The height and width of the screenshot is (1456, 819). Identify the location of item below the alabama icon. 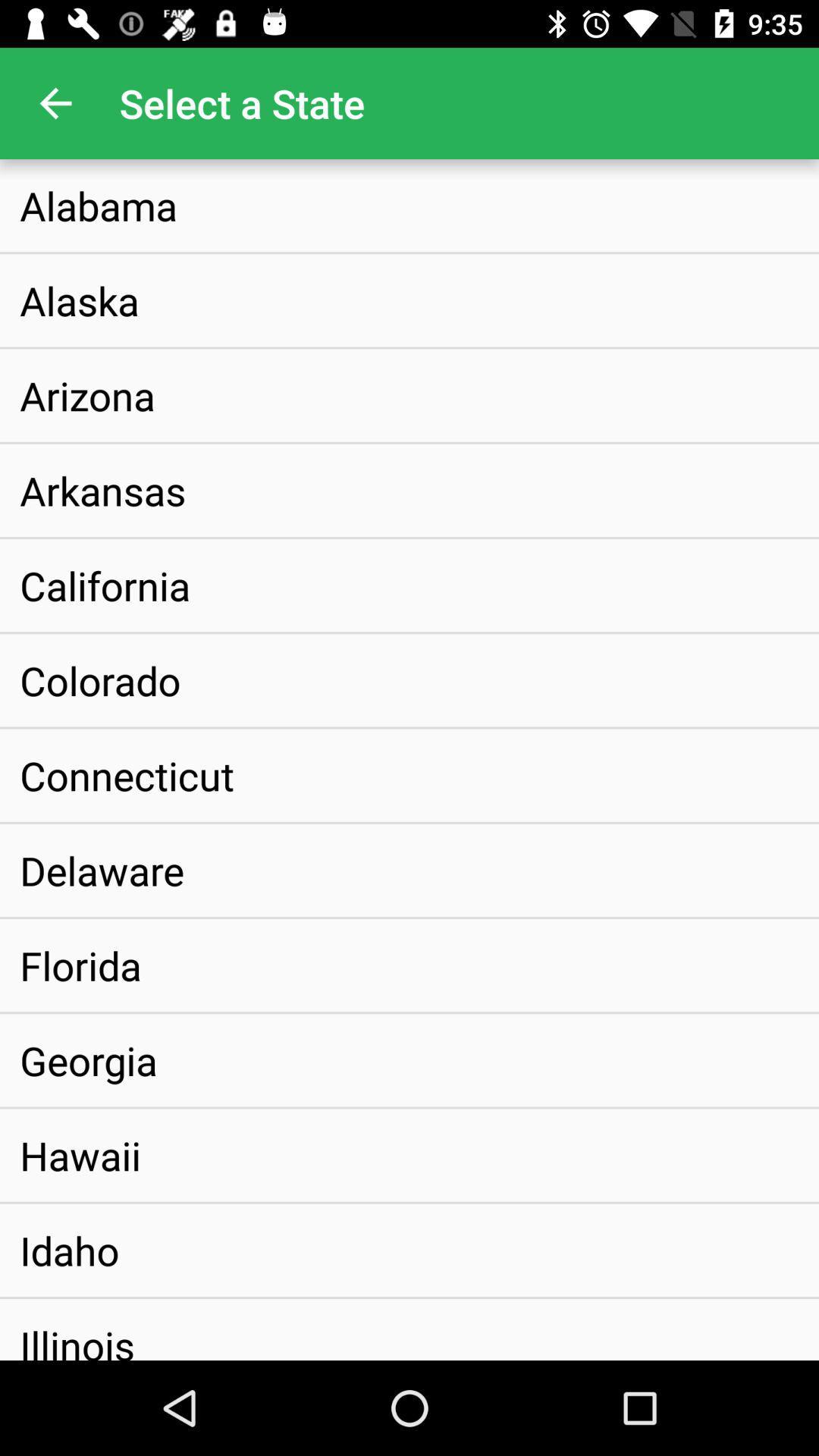
(79, 300).